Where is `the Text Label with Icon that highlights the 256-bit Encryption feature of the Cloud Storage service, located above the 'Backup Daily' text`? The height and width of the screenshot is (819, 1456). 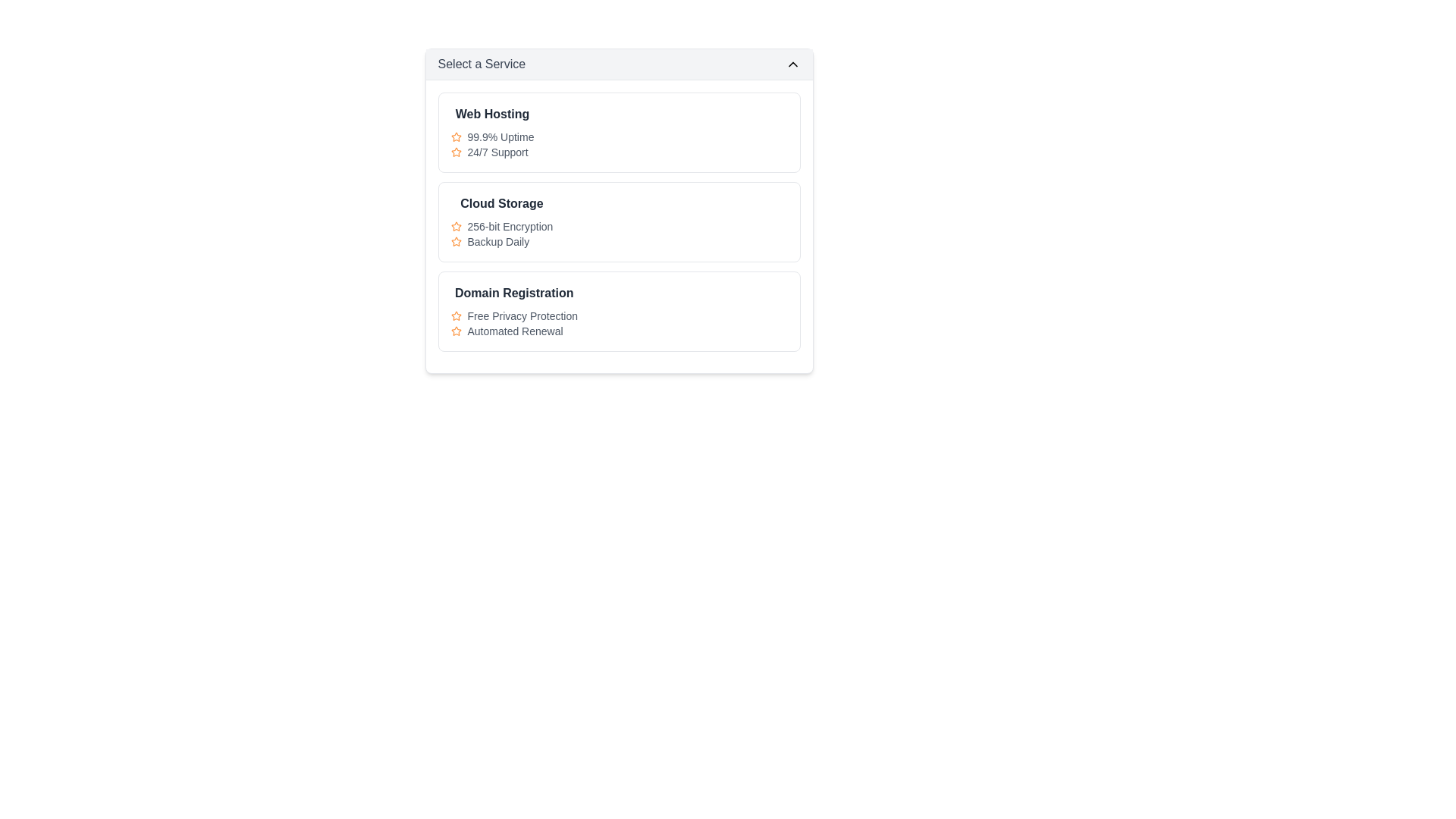 the Text Label with Icon that highlights the 256-bit Encryption feature of the Cloud Storage service, located above the 'Backup Daily' text is located at coordinates (502, 227).